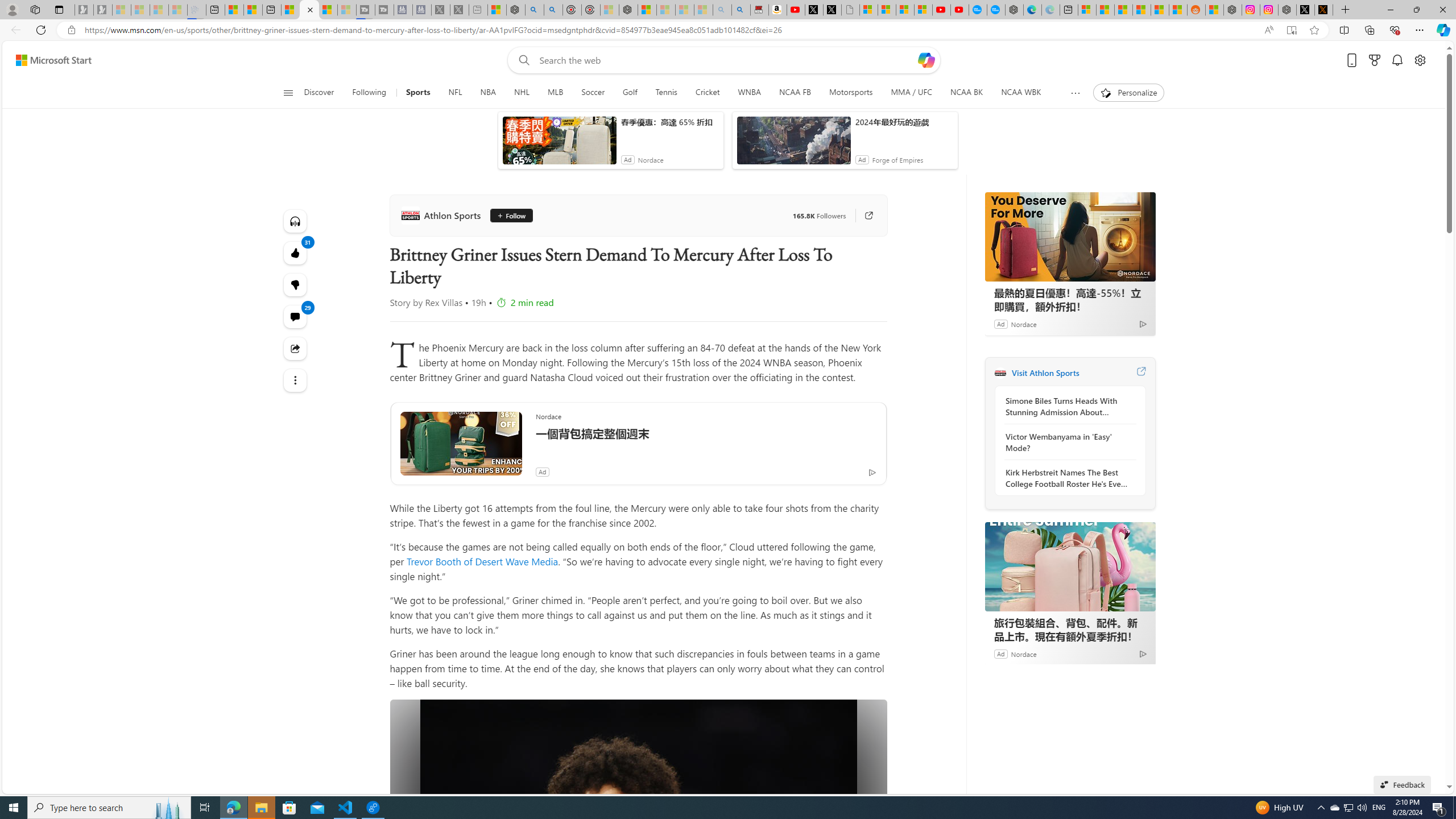 This screenshot has width=1456, height=819. I want to click on 'View comments 29 Comment', so click(295, 316).